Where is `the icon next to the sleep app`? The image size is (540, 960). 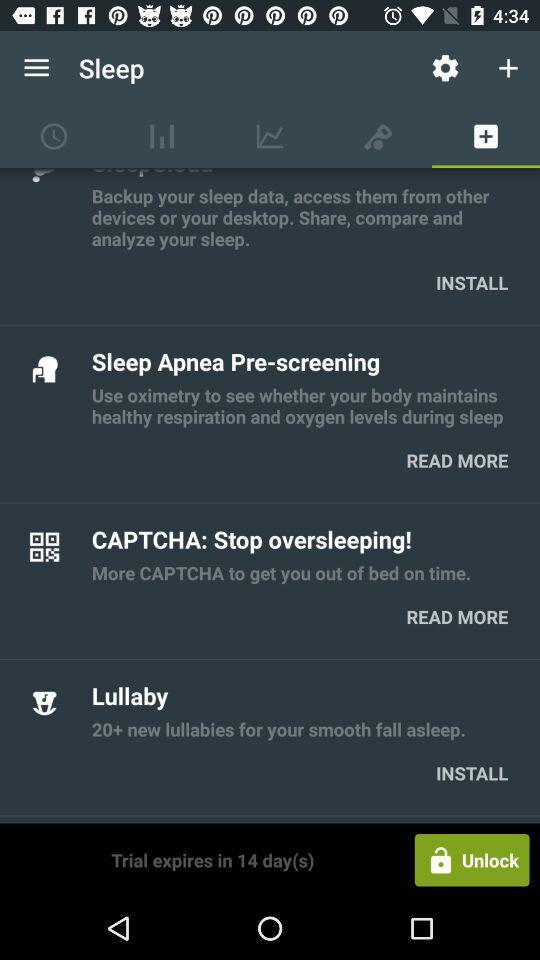
the icon next to the sleep app is located at coordinates (445, 68).